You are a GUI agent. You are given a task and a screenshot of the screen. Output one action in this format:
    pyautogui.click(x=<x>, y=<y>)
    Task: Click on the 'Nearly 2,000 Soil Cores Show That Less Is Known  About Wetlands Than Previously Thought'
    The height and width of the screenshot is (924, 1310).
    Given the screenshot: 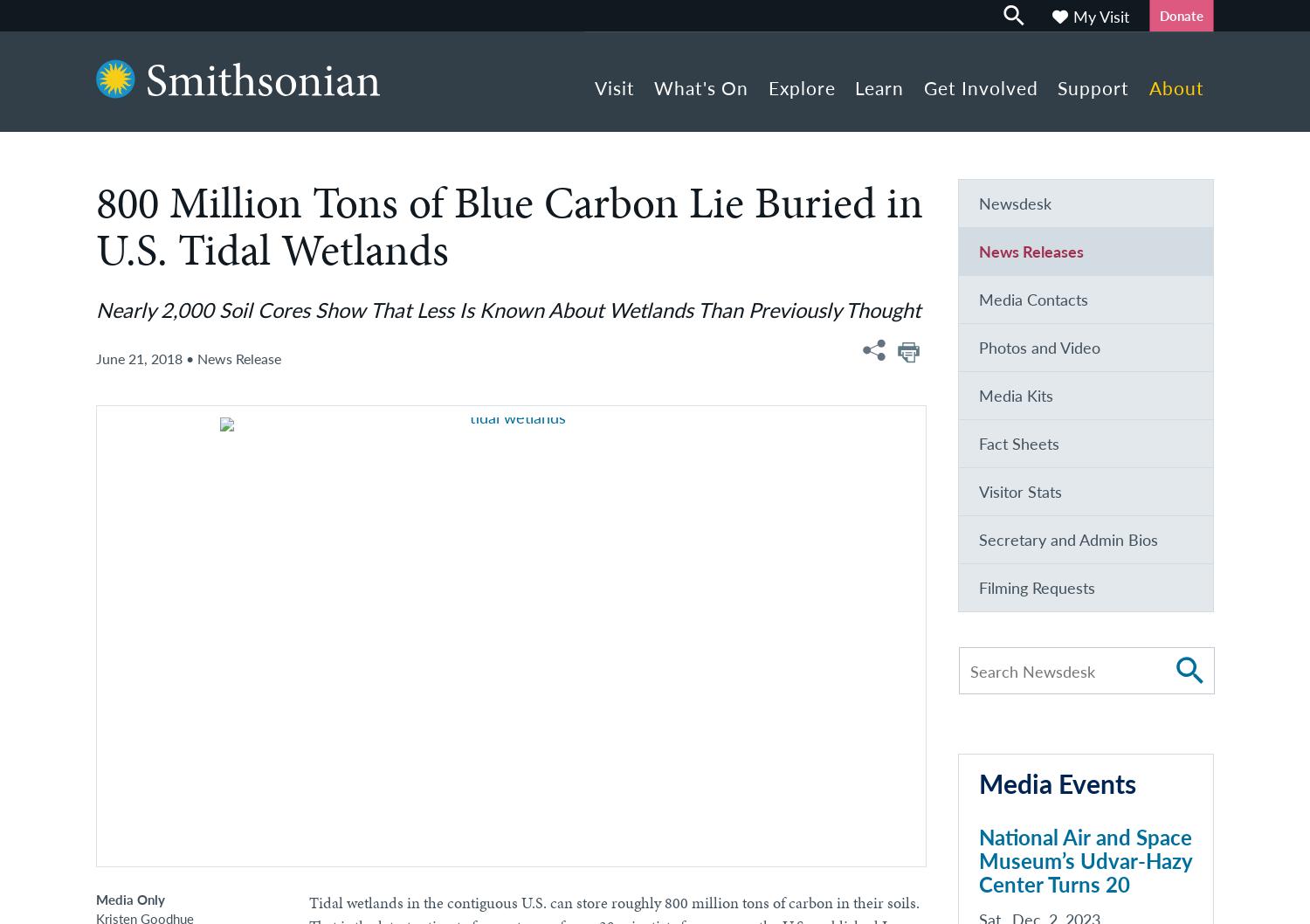 What is the action you would take?
    pyautogui.click(x=507, y=310)
    